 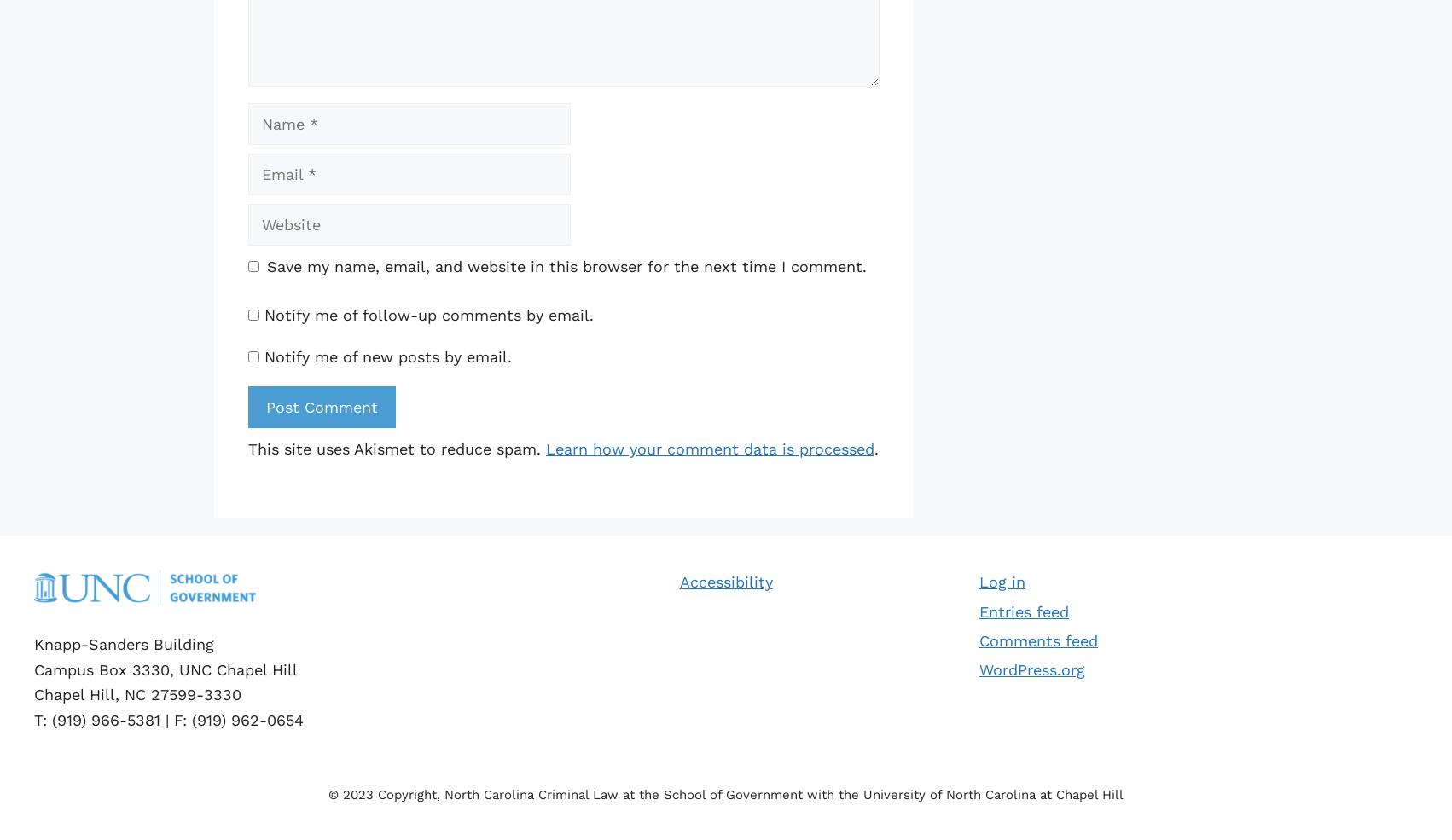 I want to click on 'T: (919) 966-5381 | F: (919) 962-0654', so click(x=33, y=718).